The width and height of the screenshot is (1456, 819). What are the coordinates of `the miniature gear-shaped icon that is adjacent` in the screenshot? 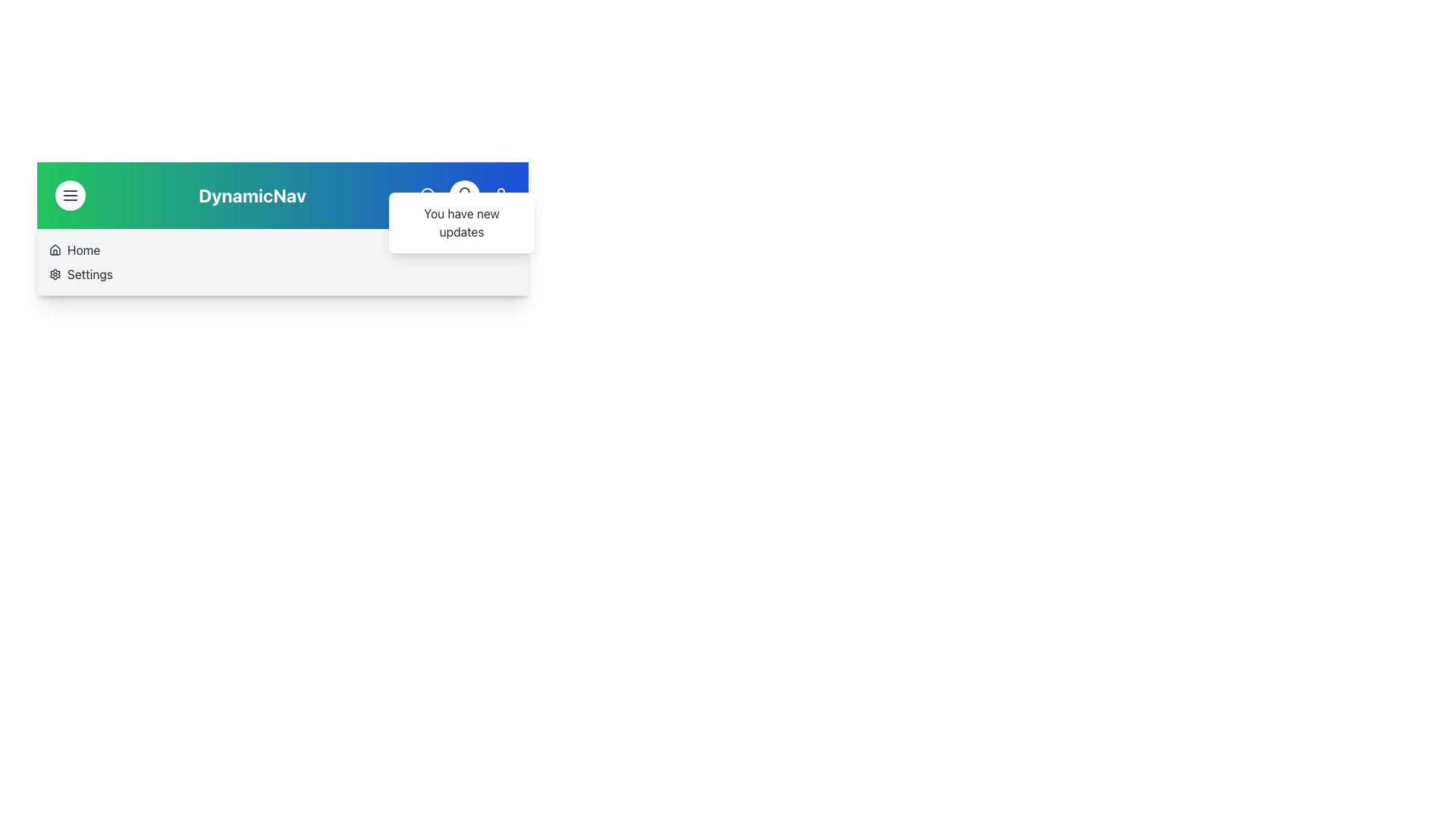 It's located at (55, 275).